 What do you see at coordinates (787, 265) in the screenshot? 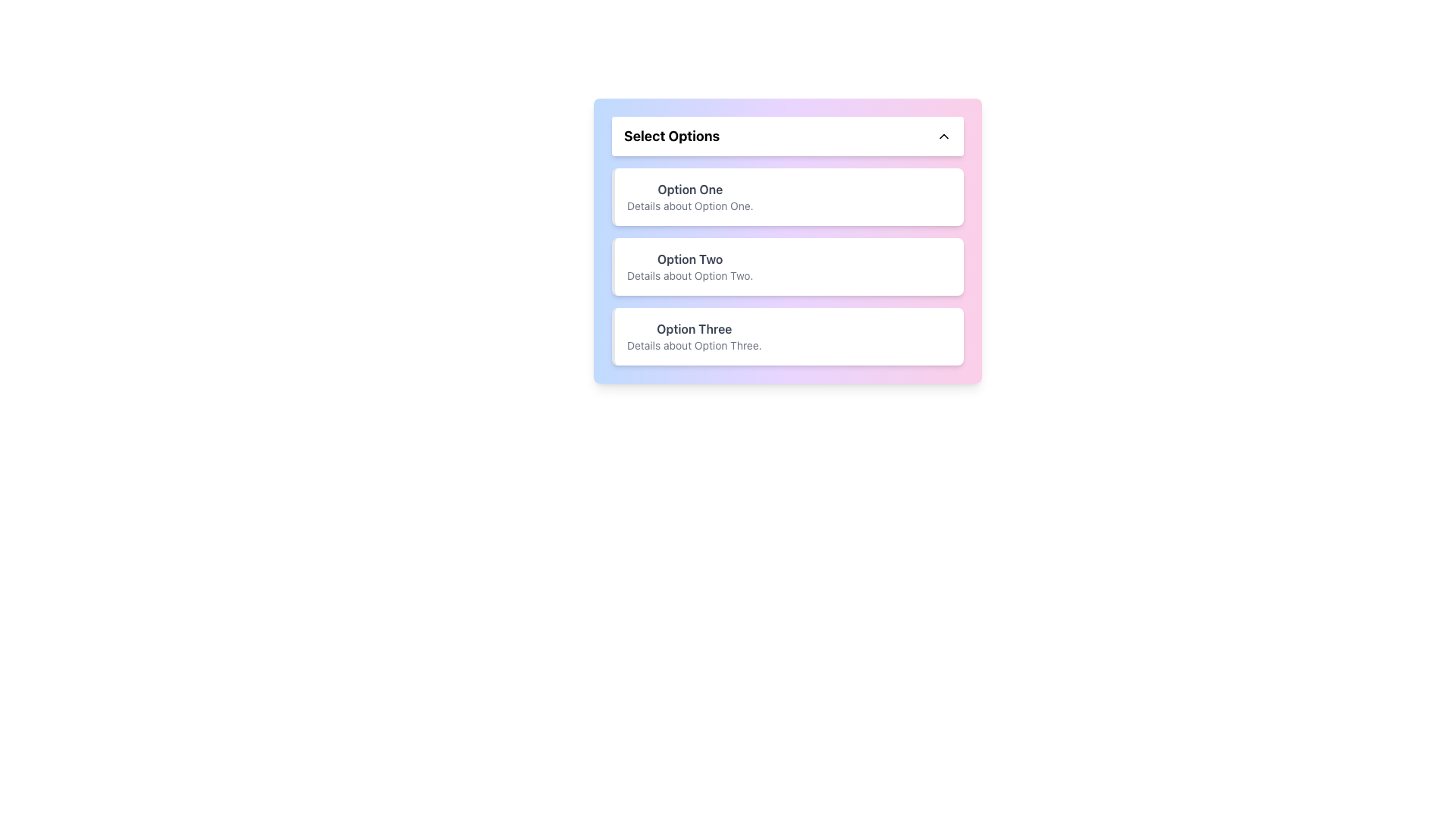
I see `the second selectable card in the list that represents 'Option Two'` at bounding box center [787, 265].